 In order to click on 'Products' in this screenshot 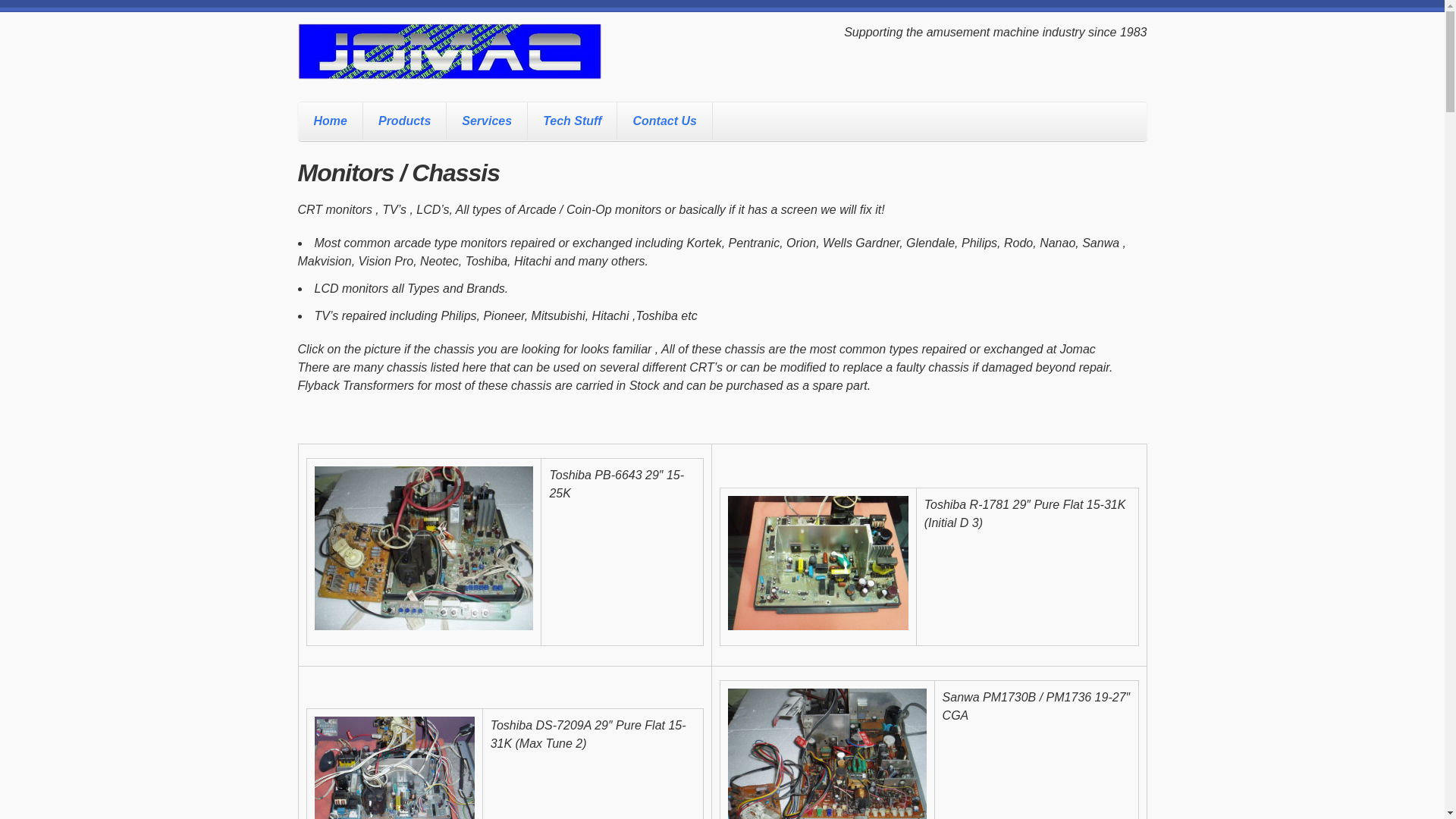, I will do `click(404, 120)`.